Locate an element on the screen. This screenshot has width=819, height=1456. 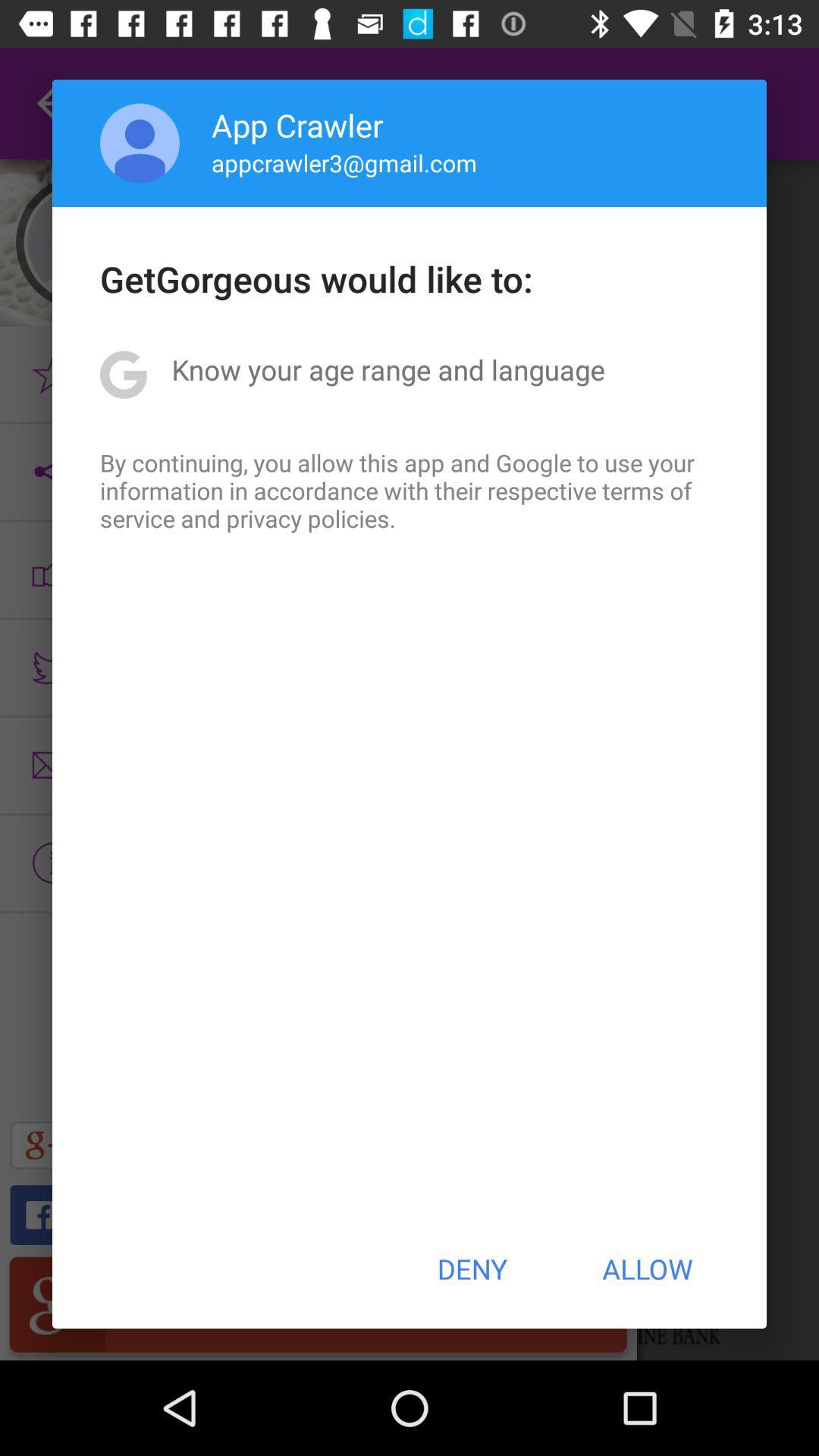
icon above getgorgeous would like item is located at coordinates (344, 162).